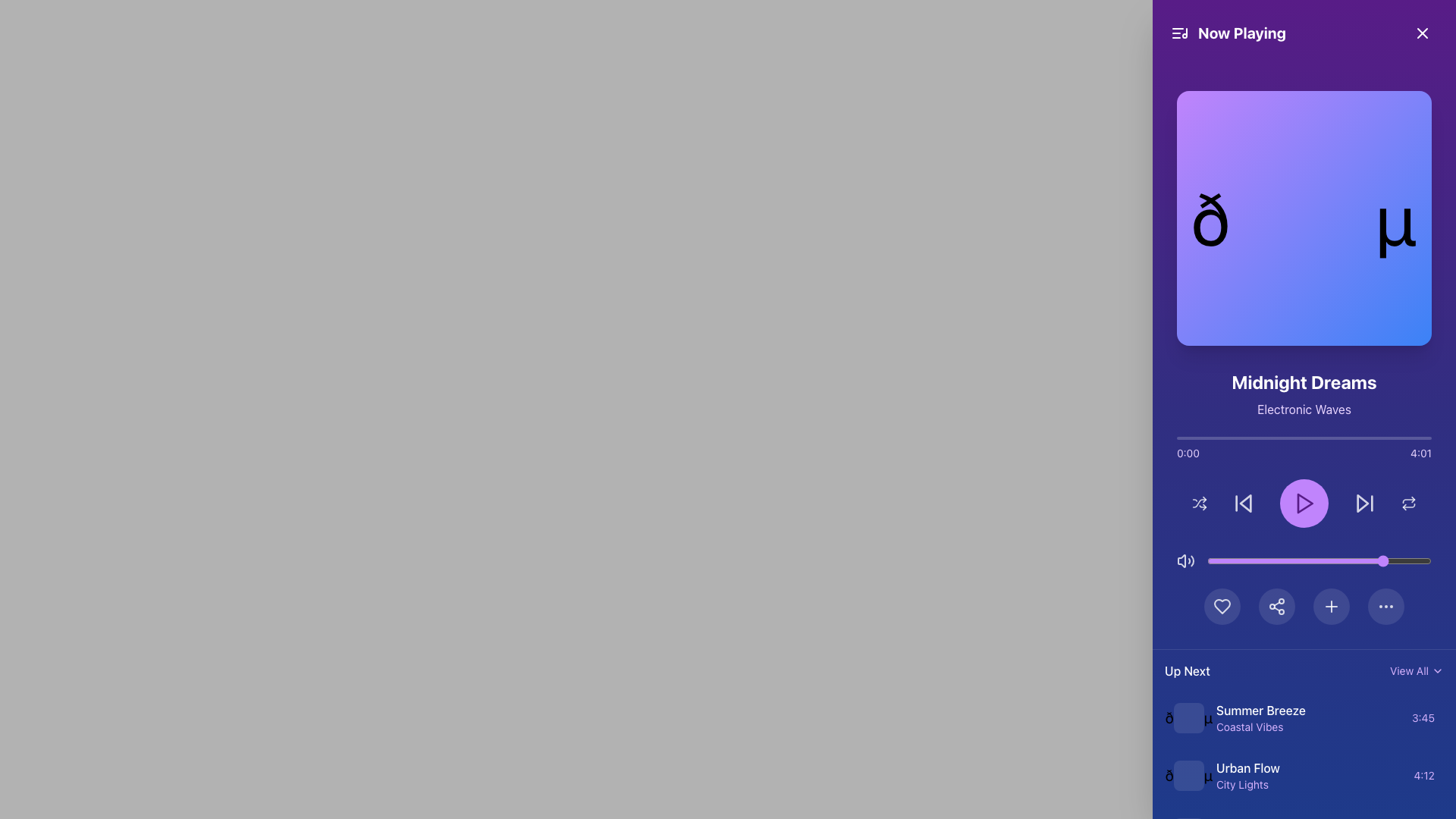 The image size is (1456, 819). Describe the element at coordinates (1241, 33) in the screenshot. I see `'Now Playing' text label displayed in bold white on a purple background, positioned near the top of the right sidebar` at that location.